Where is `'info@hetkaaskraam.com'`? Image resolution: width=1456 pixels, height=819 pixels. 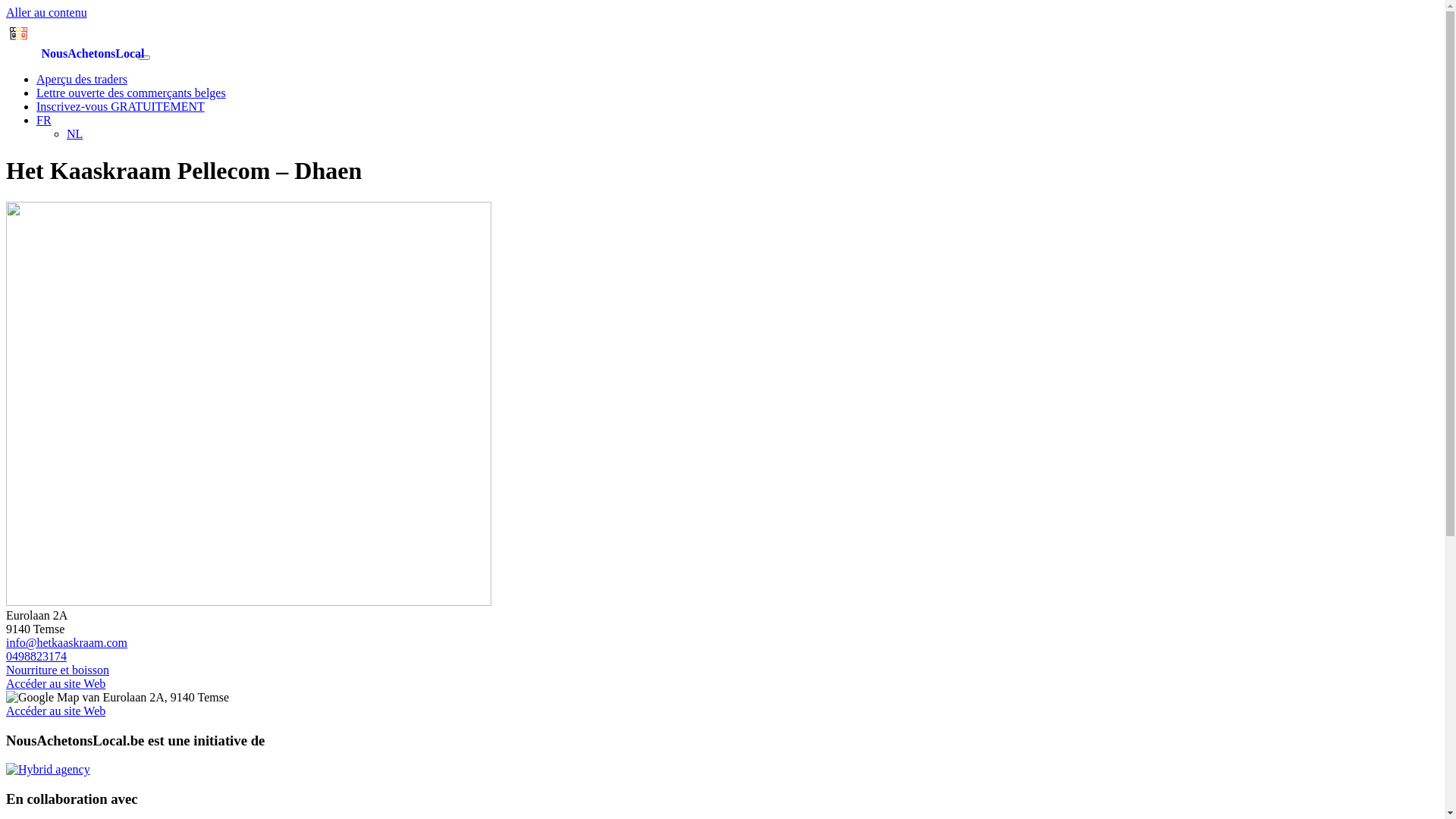
'info@hetkaaskraam.com' is located at coordinates (65, 642).